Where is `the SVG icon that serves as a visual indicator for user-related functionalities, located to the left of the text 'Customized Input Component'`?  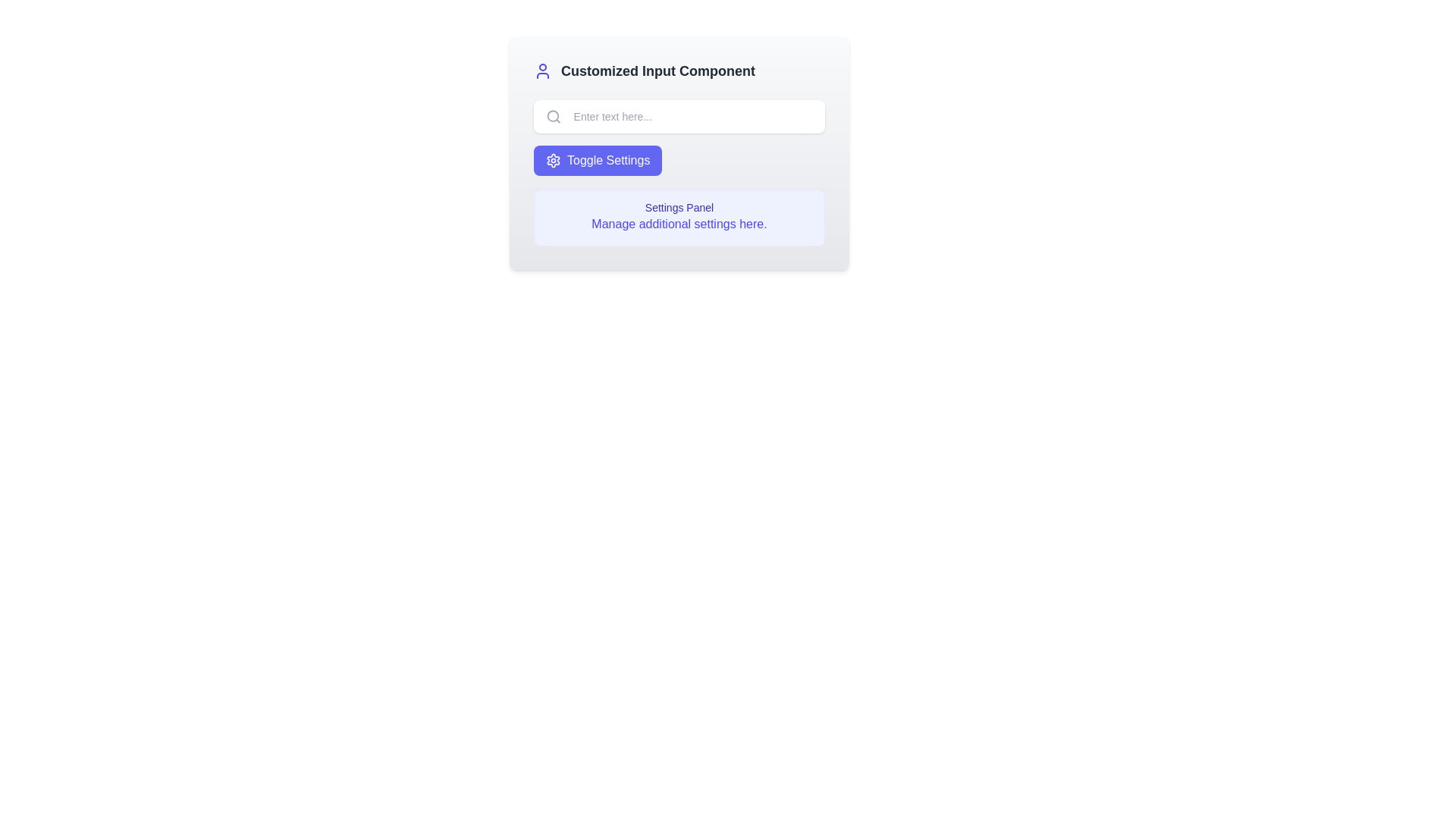 the SVG icon that serves as a visual indicator for user-related functionalities, located to the left of the text 'Customized Input Component' is located at coordinates (542, 71).